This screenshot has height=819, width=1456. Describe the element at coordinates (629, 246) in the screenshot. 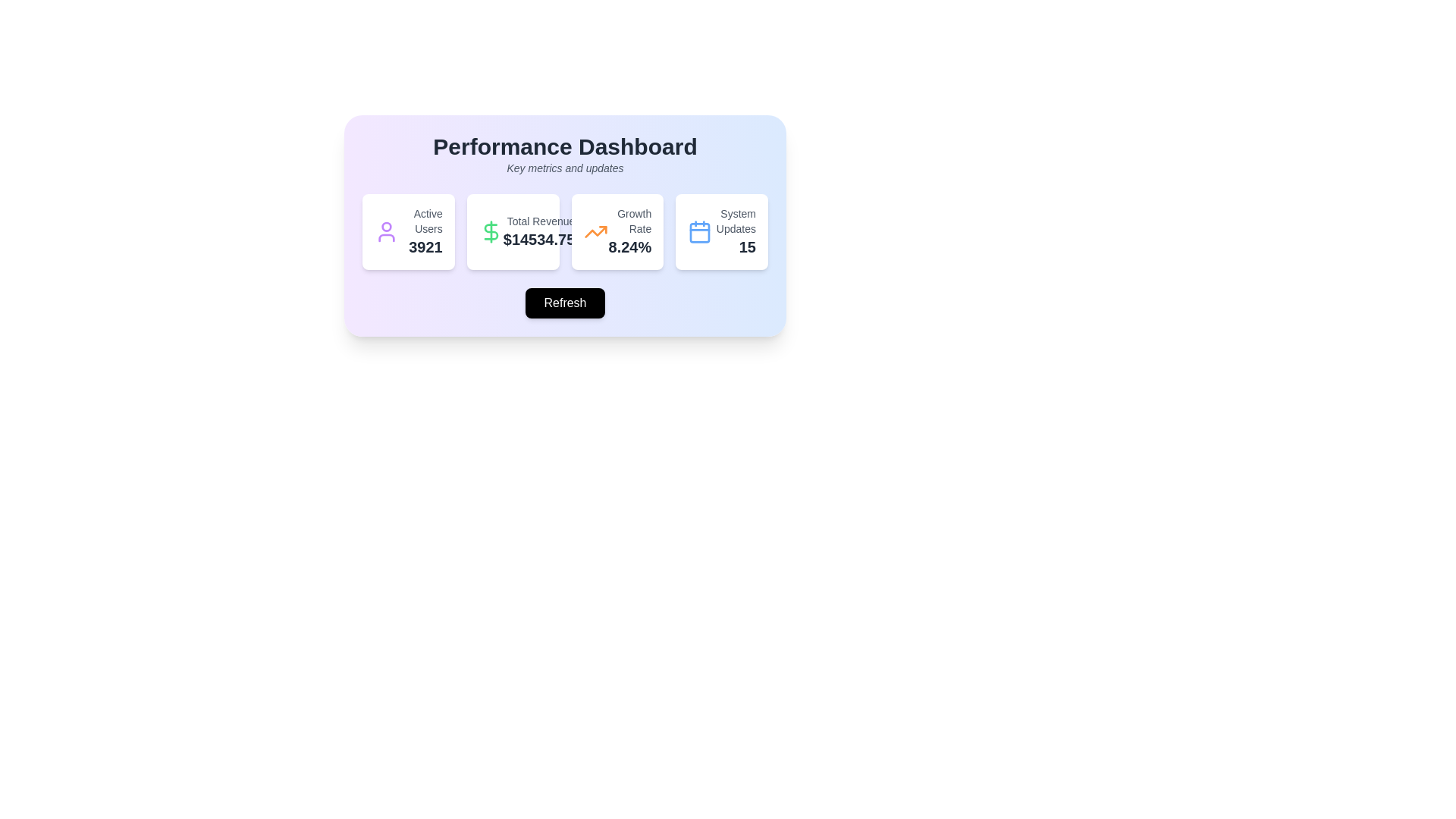

I see `the Text Display element that shows '8.24%' in bold dark gray font, located below the 'Growth Rate' title` at that location.